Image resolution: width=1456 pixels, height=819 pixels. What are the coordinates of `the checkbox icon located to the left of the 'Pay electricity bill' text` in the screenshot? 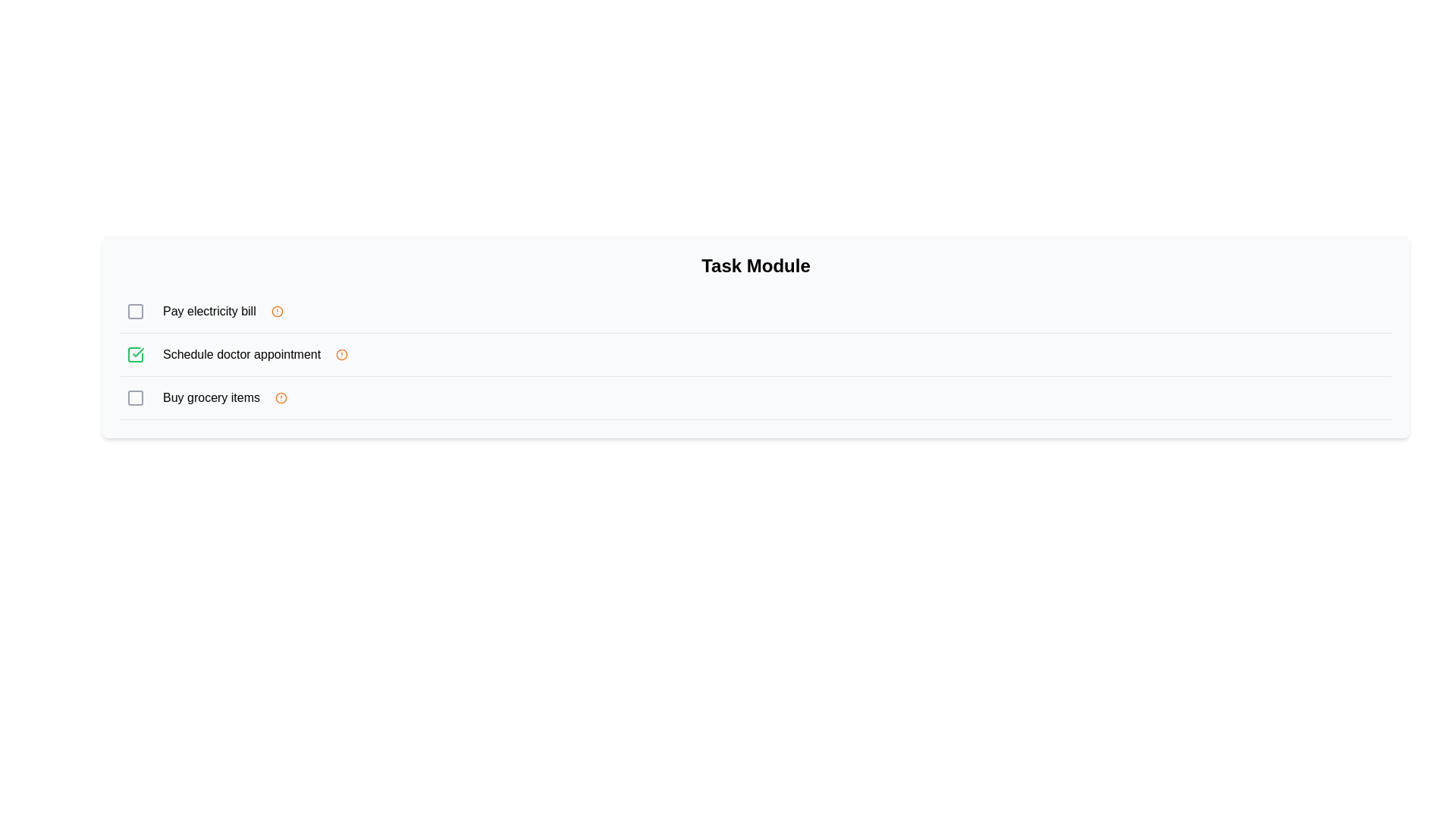 It's located at (135, 311).